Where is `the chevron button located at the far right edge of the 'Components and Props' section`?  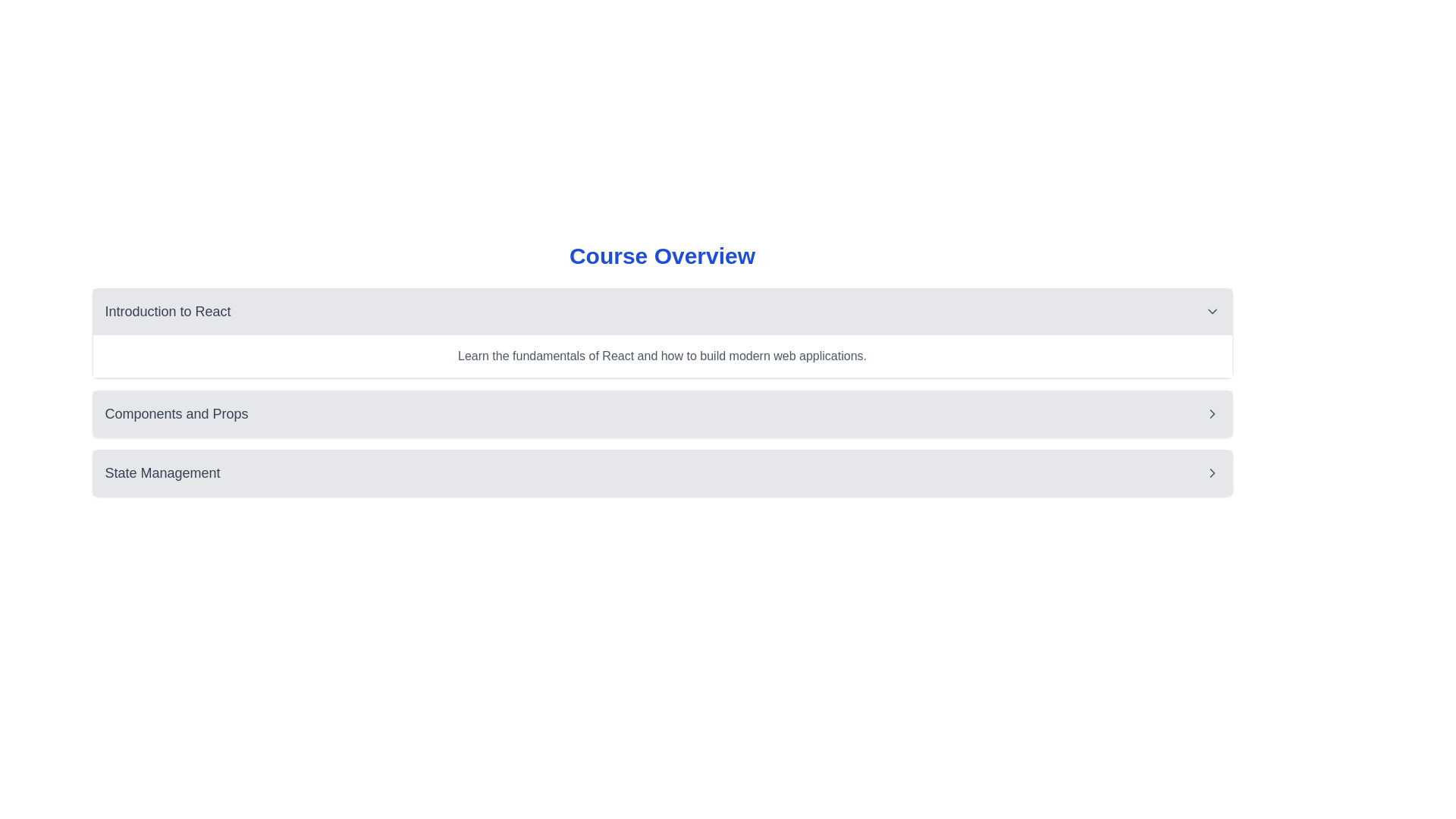 the chevron button located at the far right edge of the 'Components and Props' section is located at coordinates (1211, 414).